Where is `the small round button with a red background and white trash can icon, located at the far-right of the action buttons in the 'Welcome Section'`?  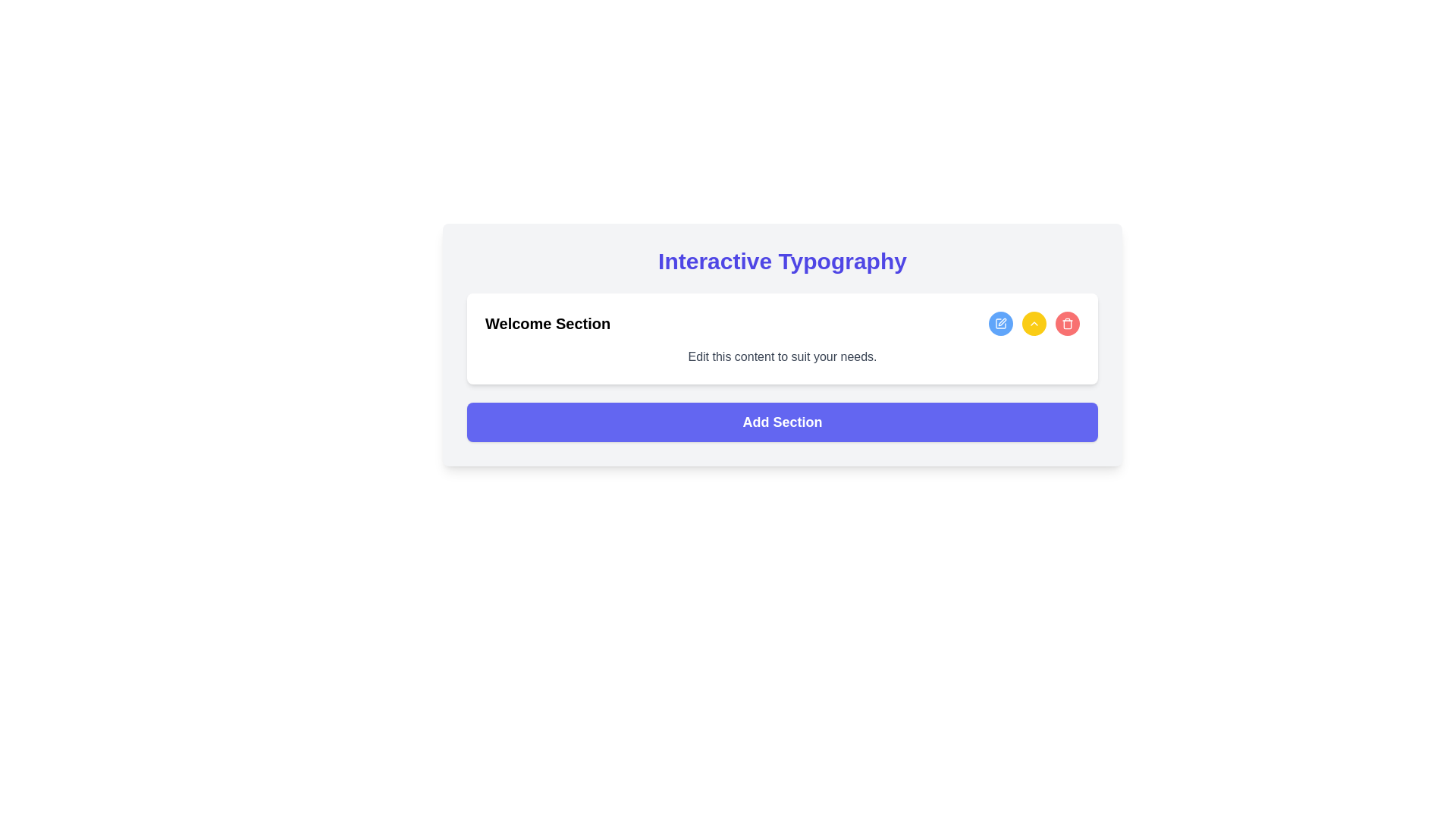
the small round button with a red background and white trash can icon, located at the far-right of the action buttons in the 'Welcome Section' is located at coordinates (1066, 323).